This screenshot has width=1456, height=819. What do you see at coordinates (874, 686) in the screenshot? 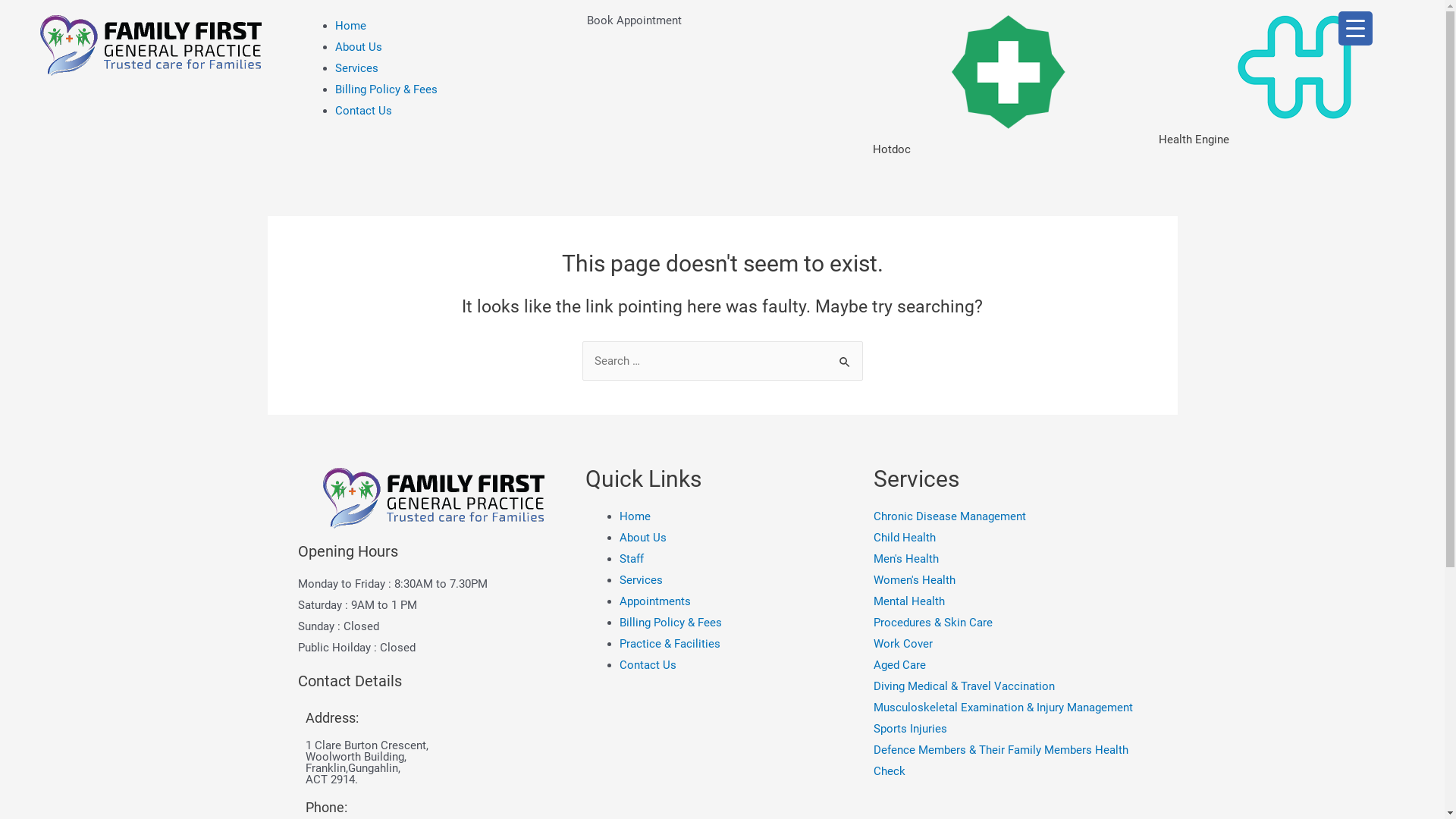
I see `'Diving Medical & Travel Vaccination'` at bounding box center [874, 686].